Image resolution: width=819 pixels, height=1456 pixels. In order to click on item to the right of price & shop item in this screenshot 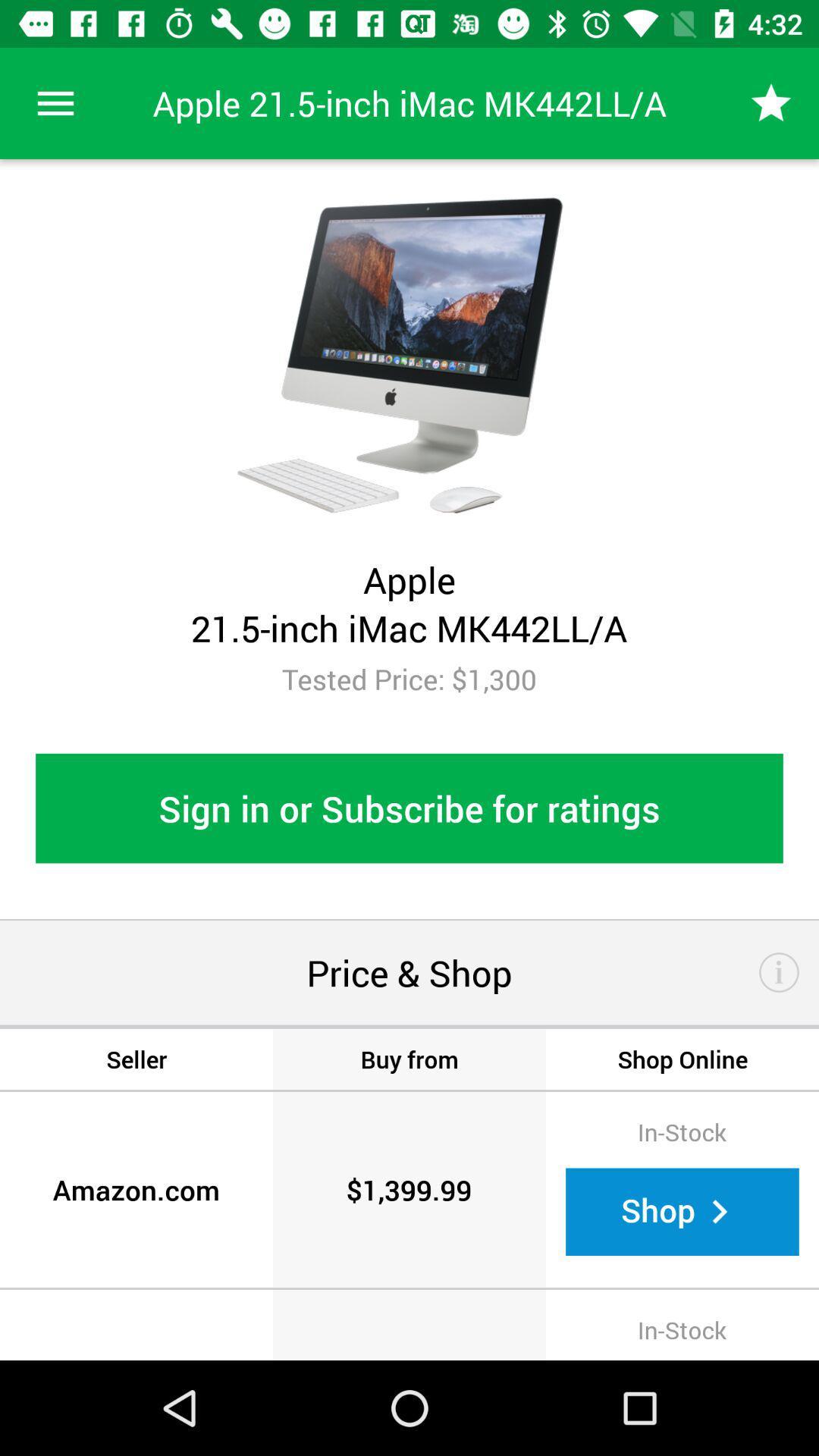, I will do `click(779, 972)`.